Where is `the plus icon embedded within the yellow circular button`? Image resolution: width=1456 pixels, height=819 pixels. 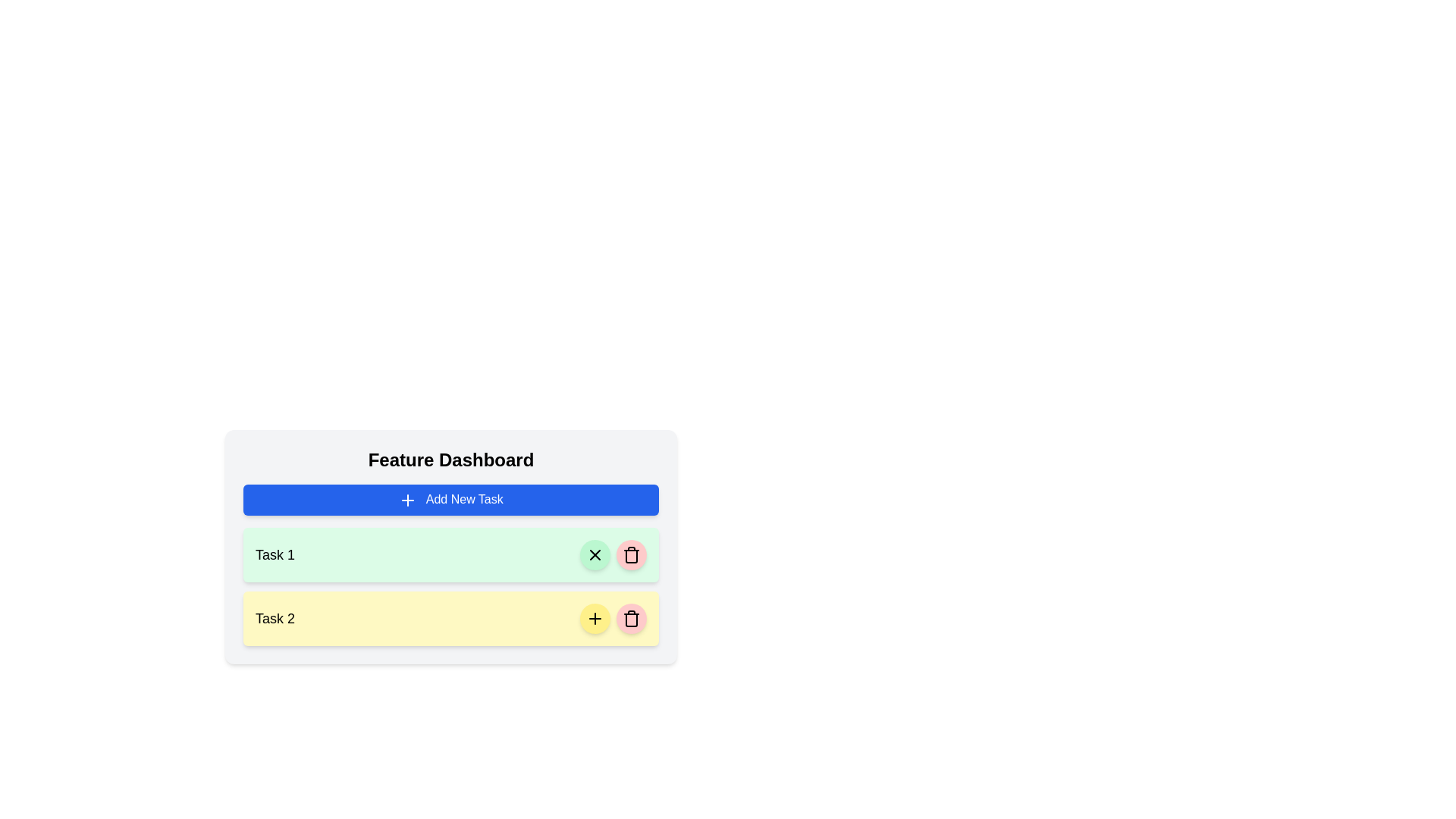 the plus icon embedded within the yellow circular button is located at coordinates (595, 617).